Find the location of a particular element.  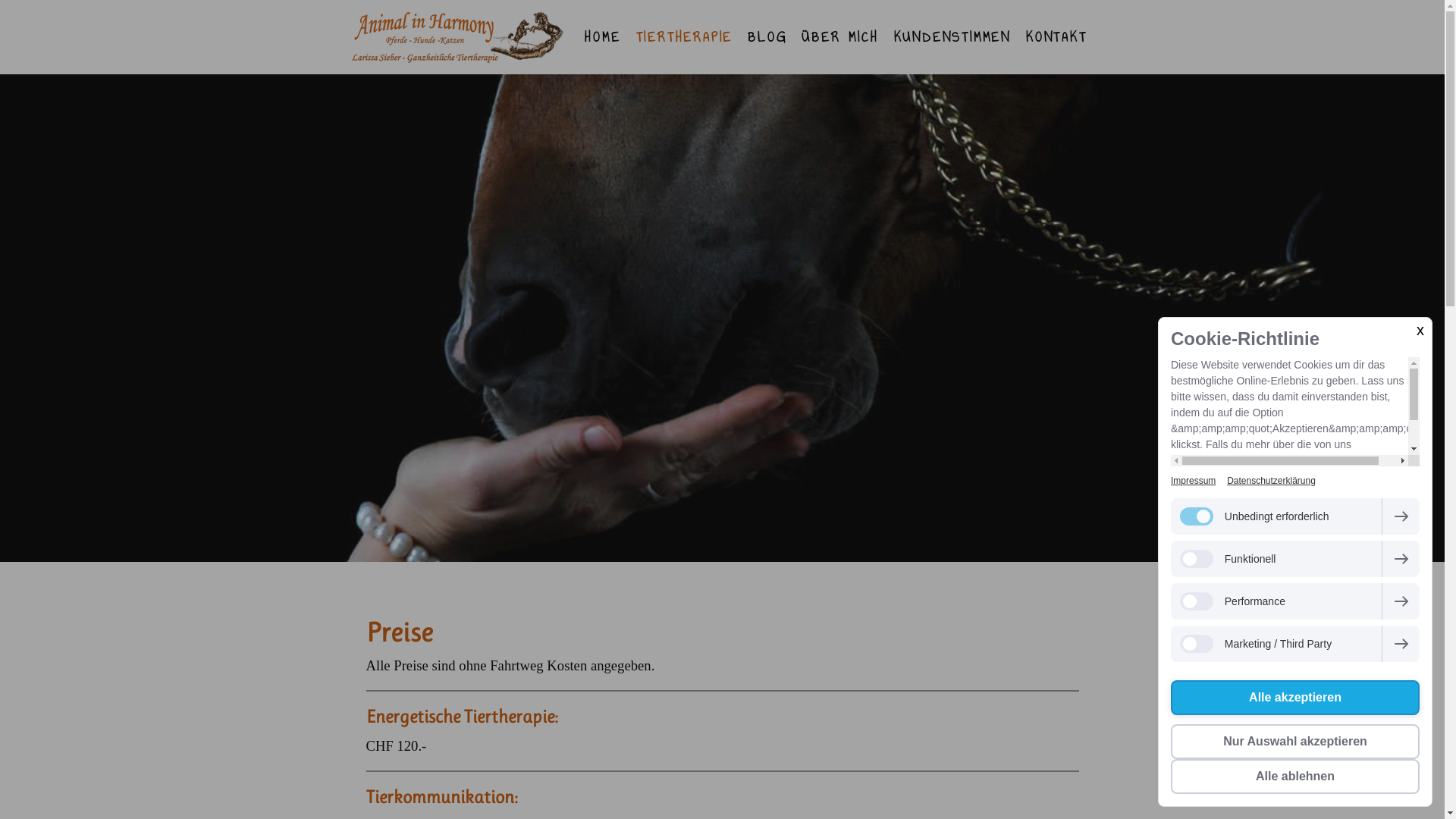

'KUNDENSTIMMEN' is located at coordinates (952, 36).